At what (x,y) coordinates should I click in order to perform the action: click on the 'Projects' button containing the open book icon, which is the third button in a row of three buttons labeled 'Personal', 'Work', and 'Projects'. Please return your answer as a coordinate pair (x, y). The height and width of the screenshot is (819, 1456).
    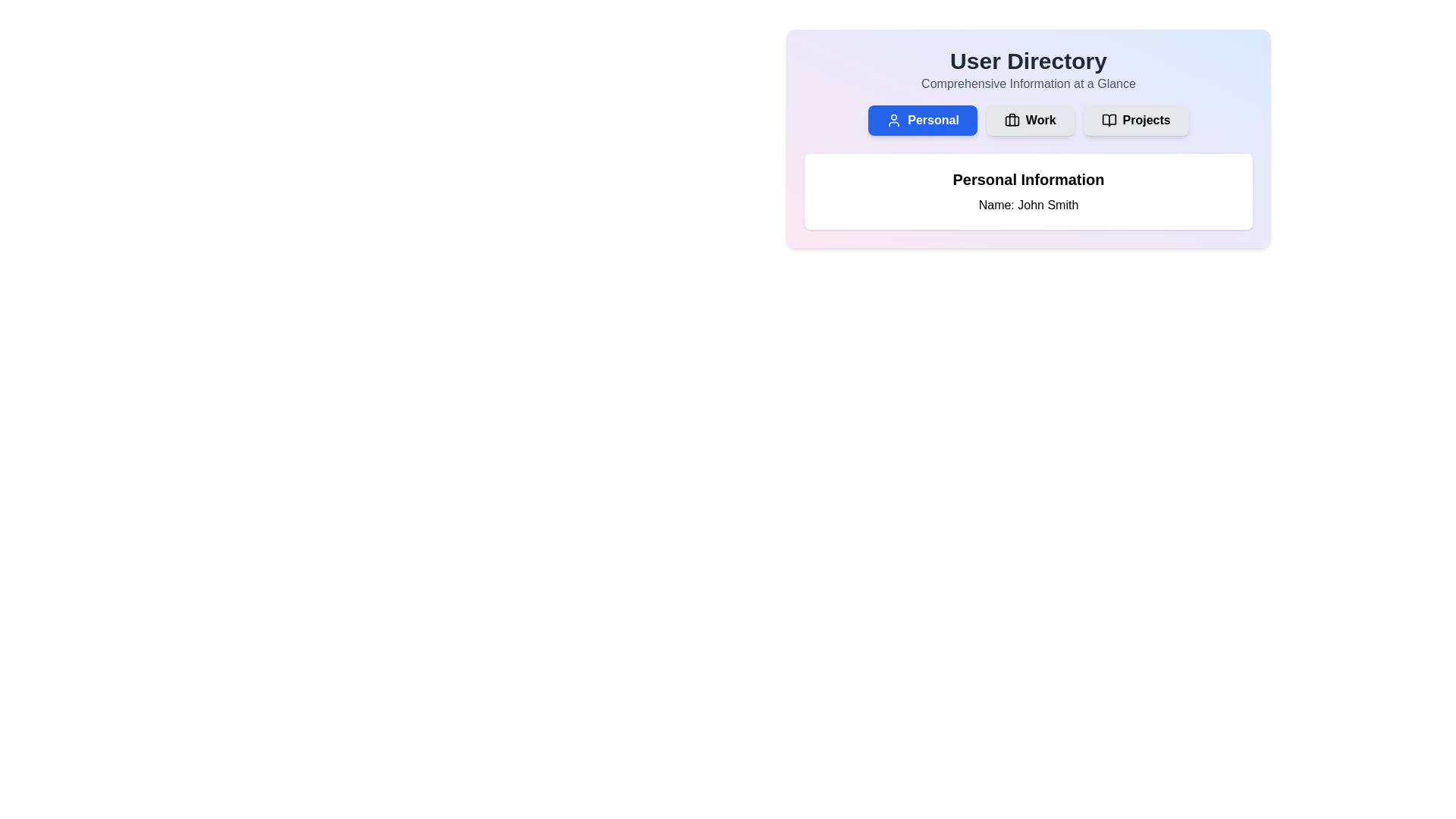
    Looking at the image, I should click on (1109, 119).